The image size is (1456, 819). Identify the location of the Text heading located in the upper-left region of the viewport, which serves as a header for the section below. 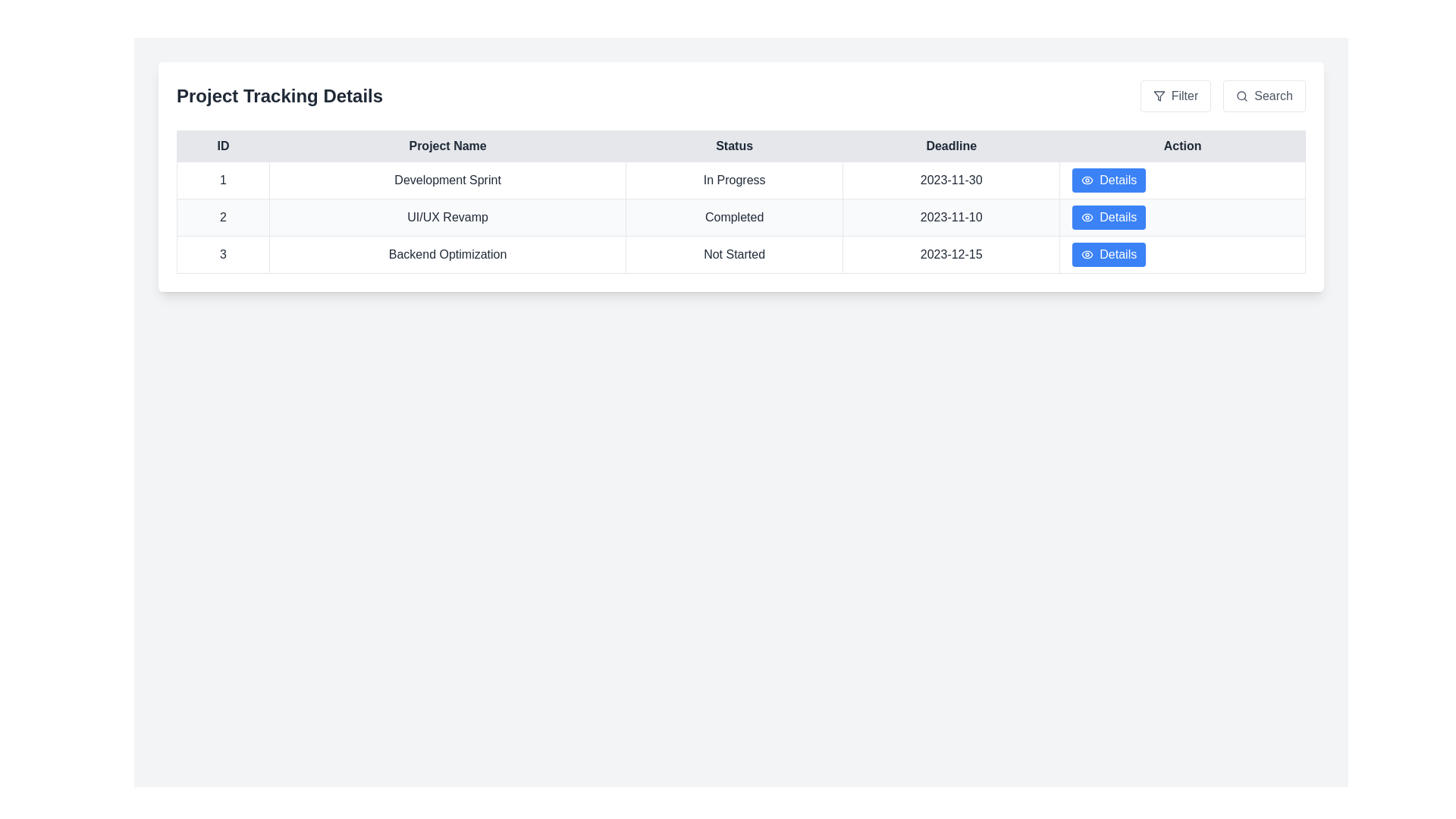
(280, 96).